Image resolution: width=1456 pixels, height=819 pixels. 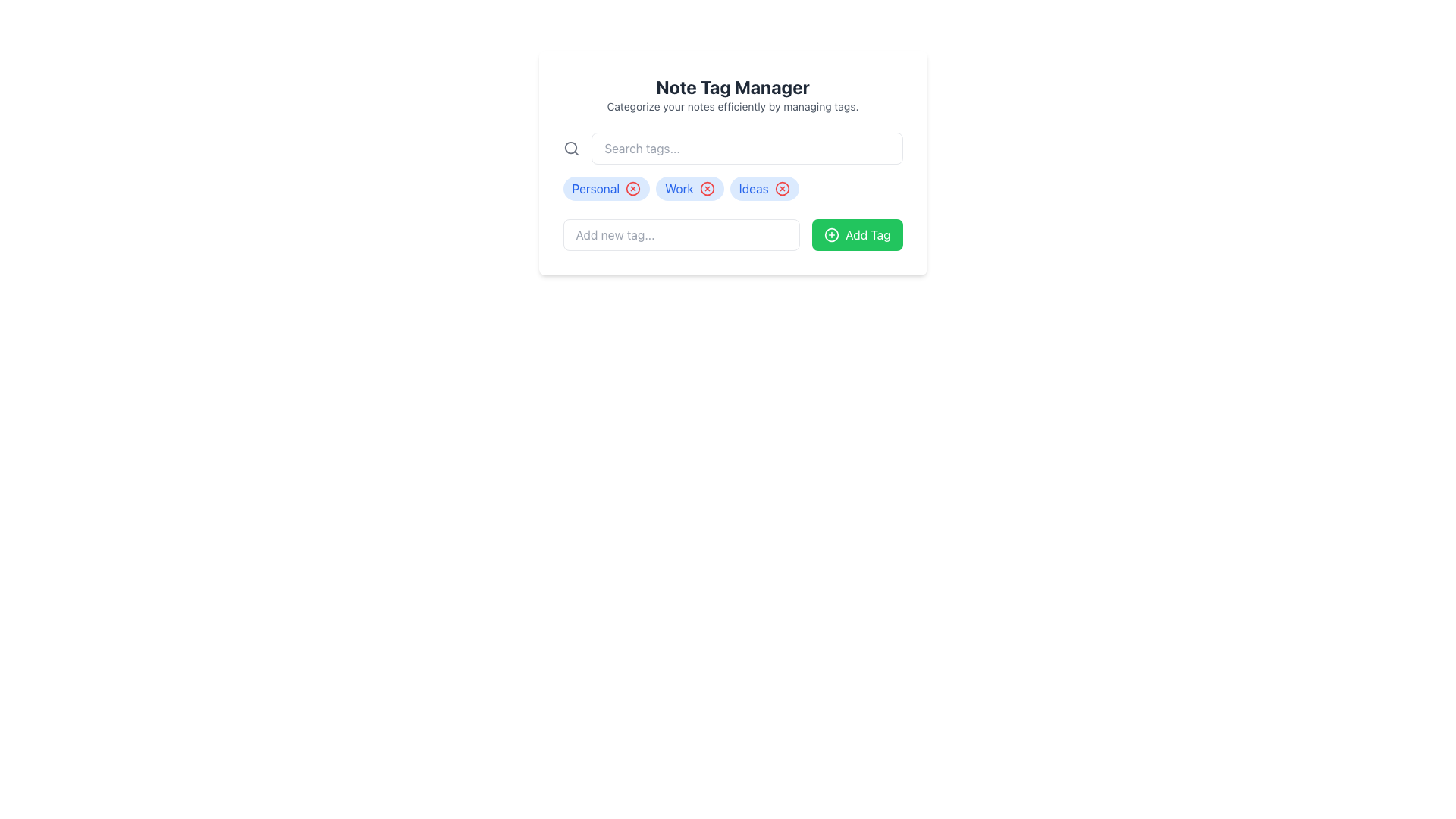 I want to click on the 'Personal' tag element with a removable option, so click(x=605, y=188).